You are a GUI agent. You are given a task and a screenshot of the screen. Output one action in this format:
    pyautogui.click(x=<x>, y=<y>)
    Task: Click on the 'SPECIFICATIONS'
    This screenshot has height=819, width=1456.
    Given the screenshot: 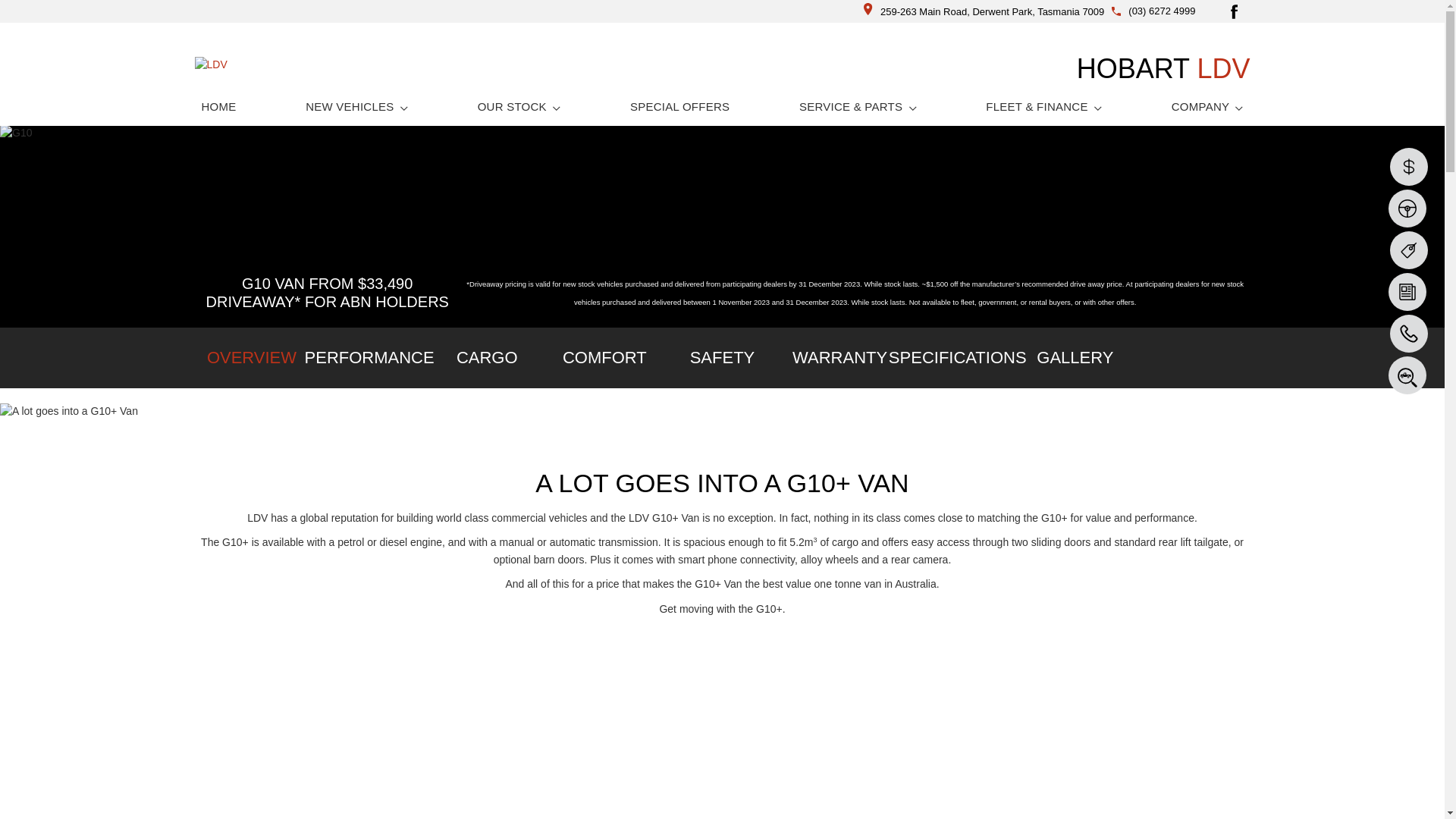 What is the action you would take?
    pyautogui.click(x=899, y=357)
    